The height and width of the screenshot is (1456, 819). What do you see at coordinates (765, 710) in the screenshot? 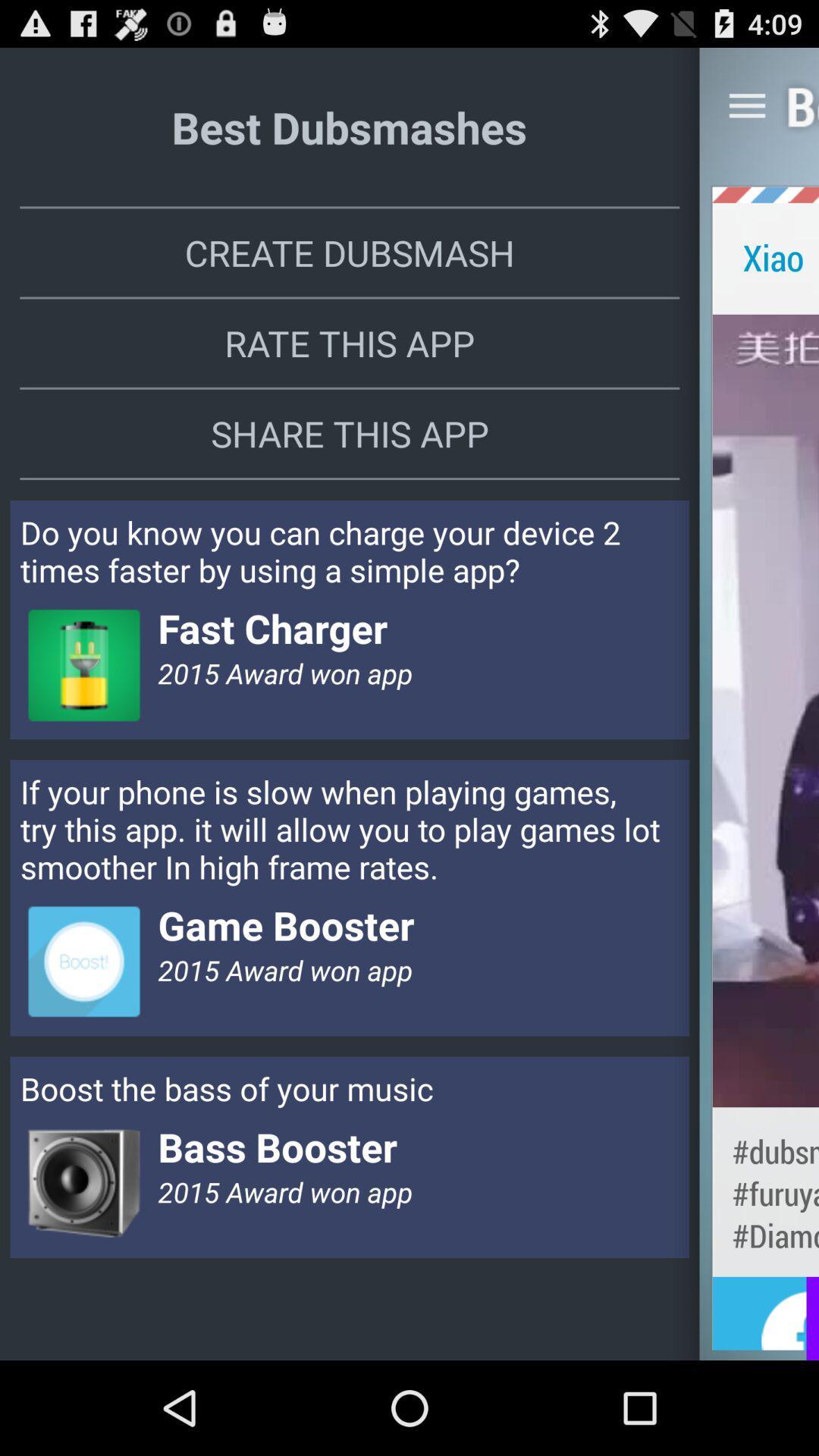
I see `the item next to the rate this app app` at bounding box center [765, 710].